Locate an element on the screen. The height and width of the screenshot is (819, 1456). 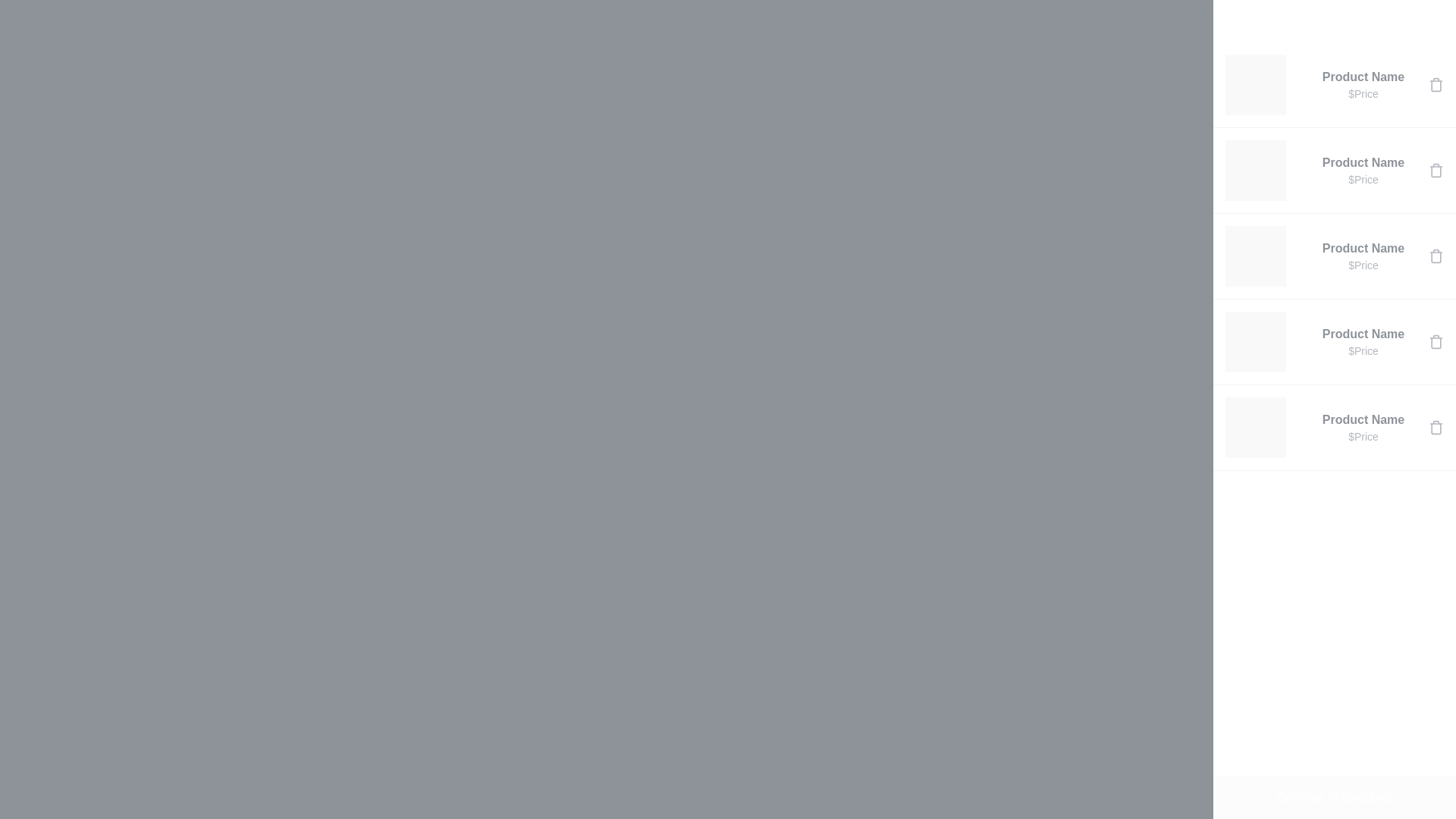
the interactive region surrounding the body of the trash can icon, which is a vertical rectangle with rounded corners, located at the end of the product row in the list is located at coordinates (1436, 85).